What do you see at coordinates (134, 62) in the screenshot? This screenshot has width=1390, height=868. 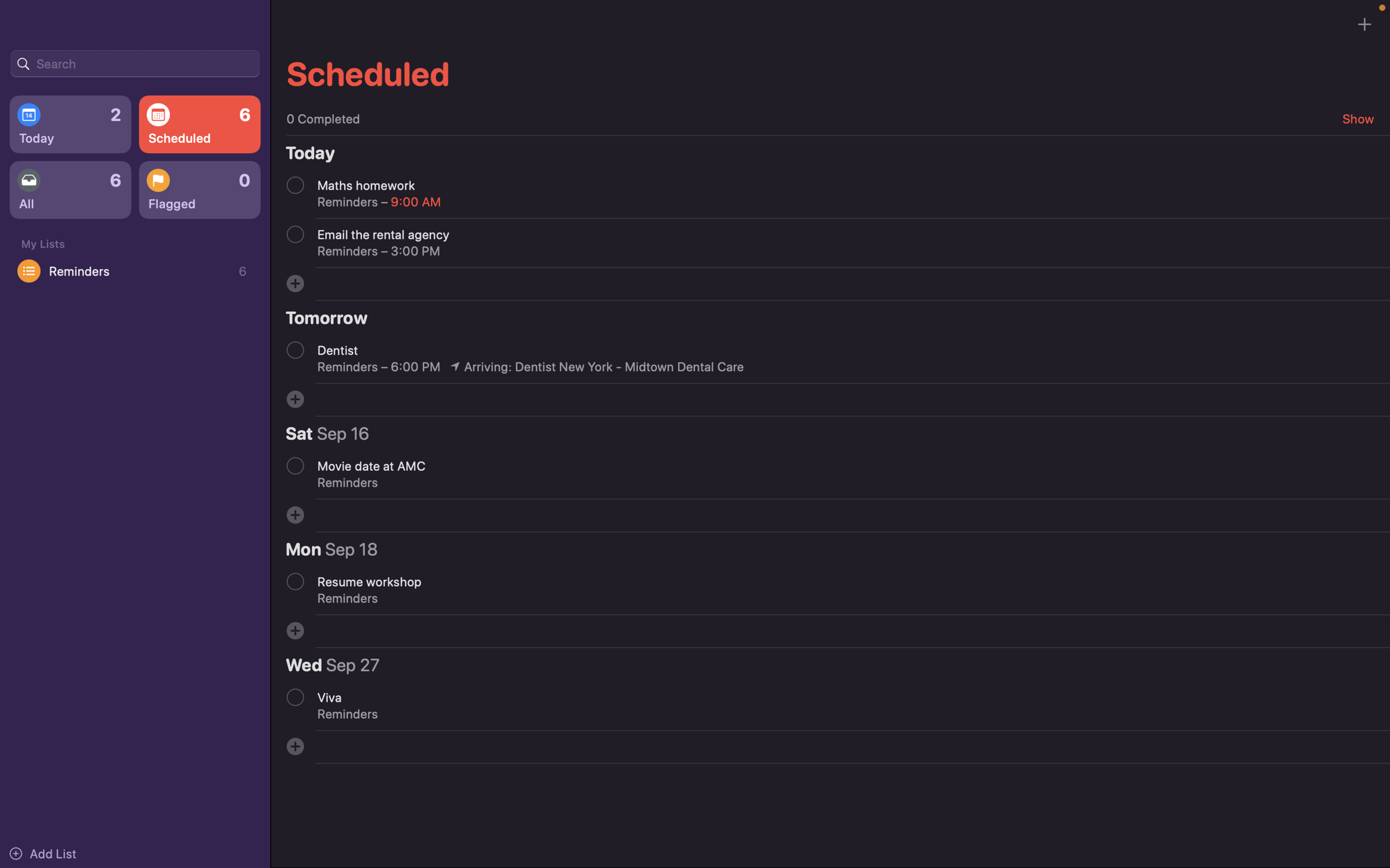 I see `Search for an event using the search bar` at bounding box center [134, 62].